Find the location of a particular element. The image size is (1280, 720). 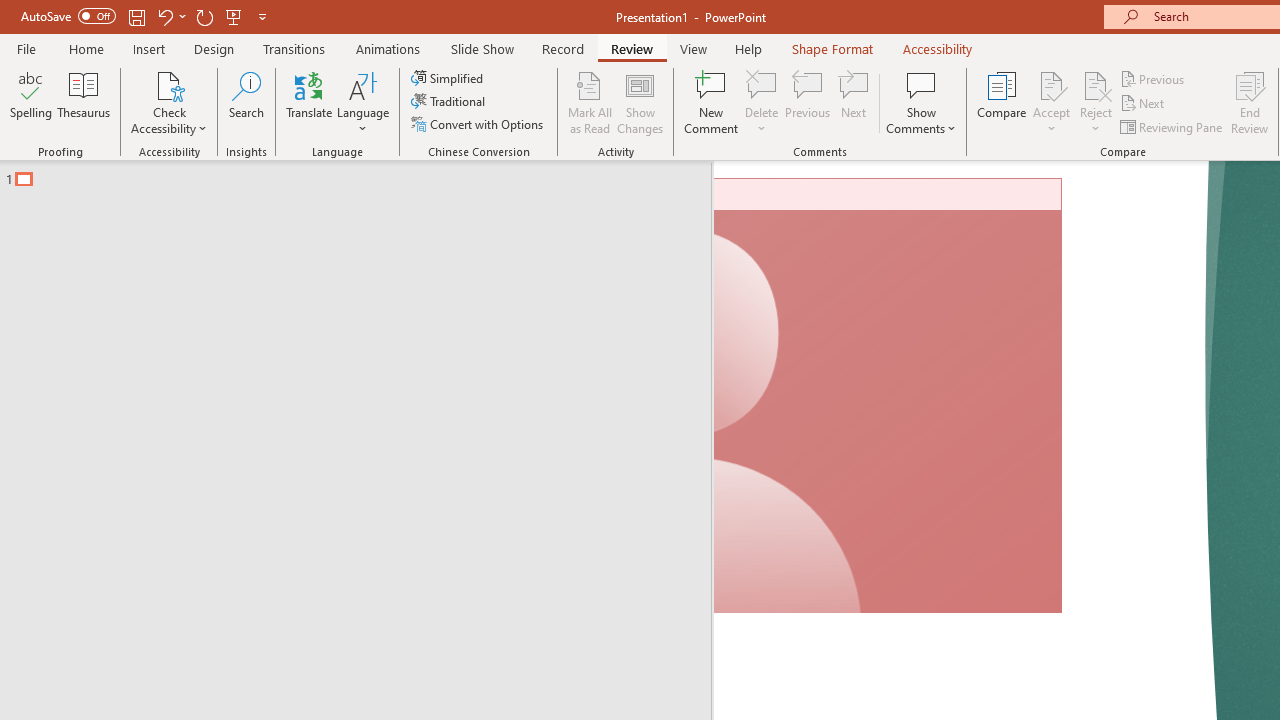

'Camera 7, No camera detected.' is located at coordinates (887, 396).